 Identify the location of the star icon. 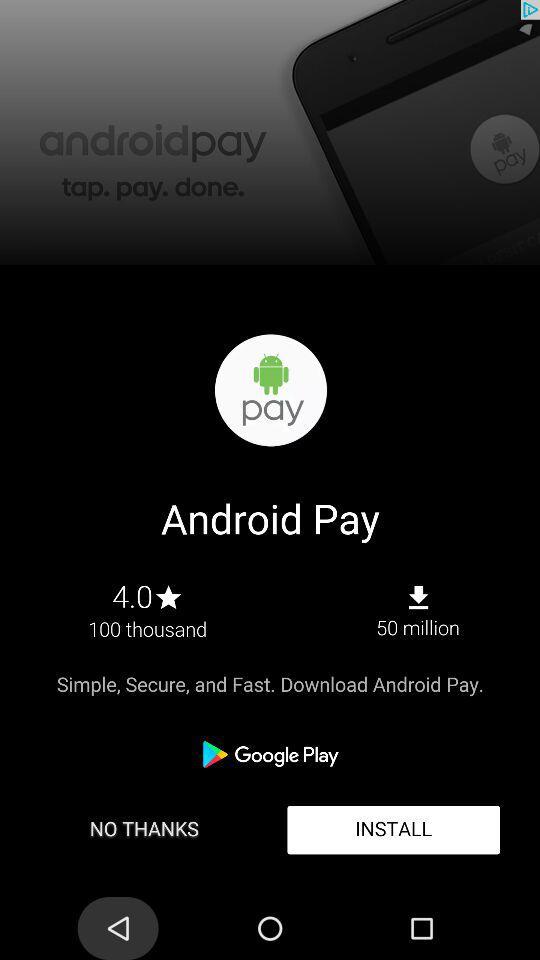
(64, 893).